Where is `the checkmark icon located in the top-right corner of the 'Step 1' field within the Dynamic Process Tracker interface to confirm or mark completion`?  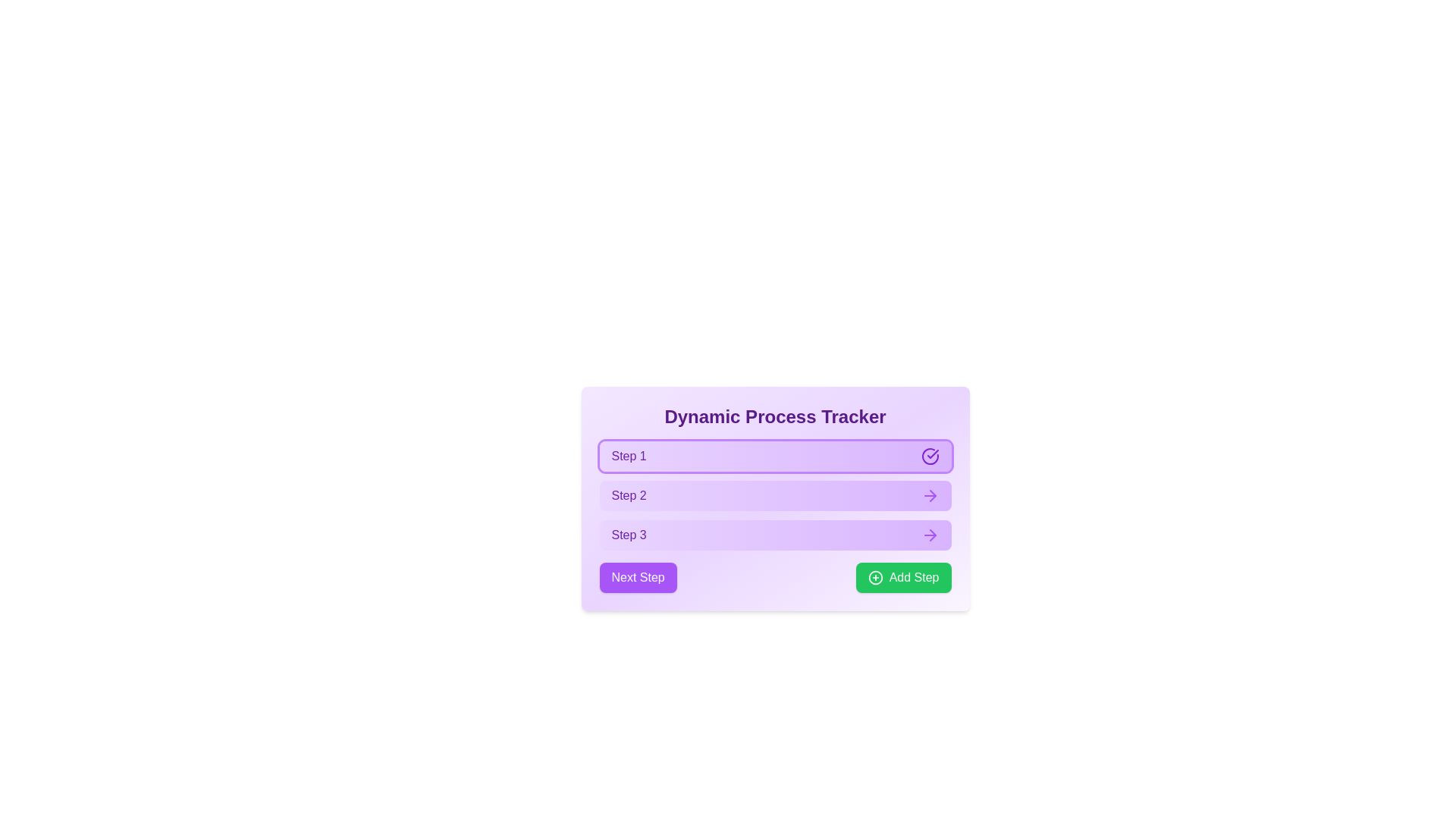
the checkmark icon located in the top-right corner of the 'Step 1' field within the Dynamic Process Tracker interface to confirm or mark completion is located at coordinates (931, 453).